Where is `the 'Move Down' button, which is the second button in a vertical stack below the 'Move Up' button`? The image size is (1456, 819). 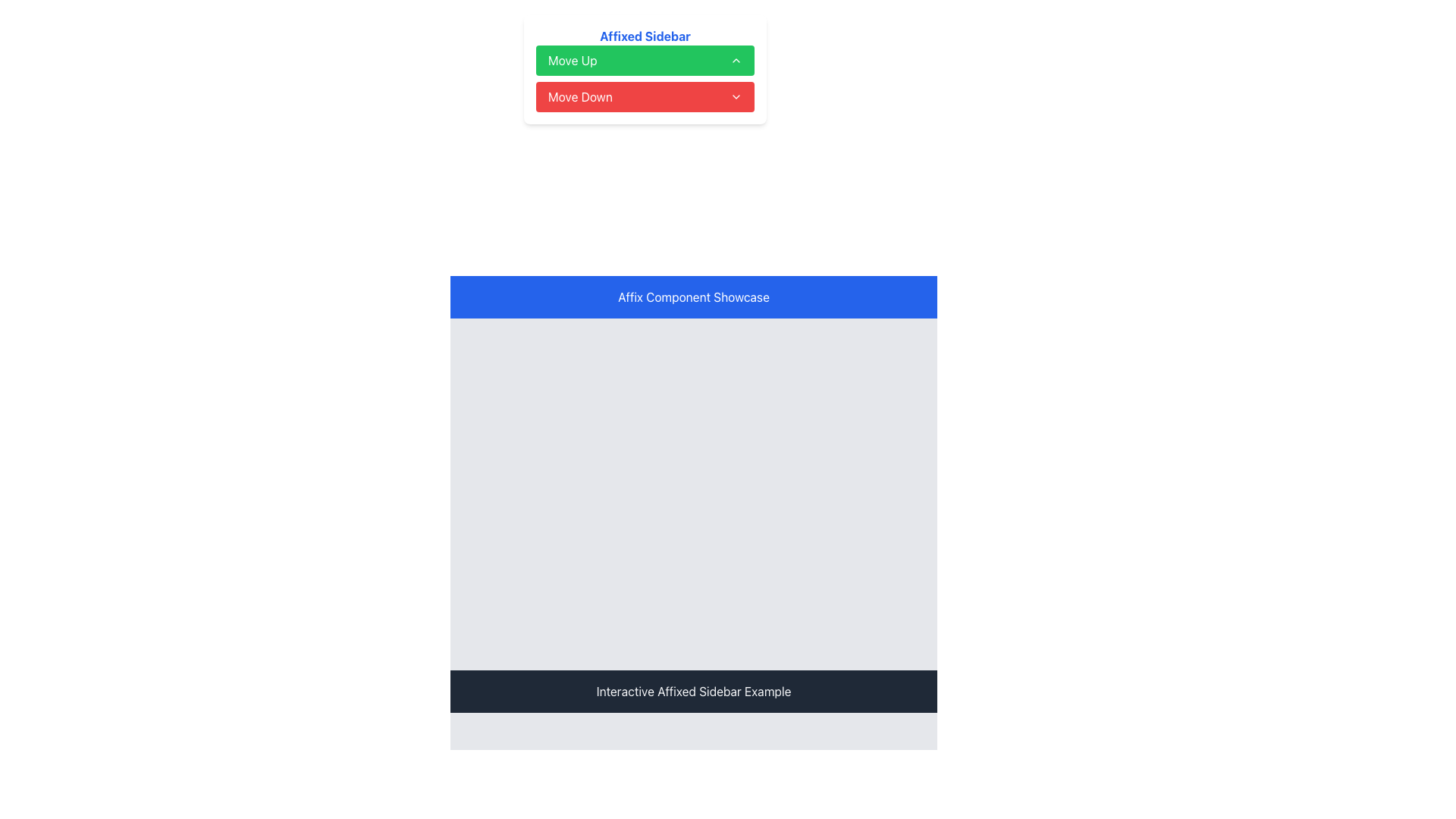 the 'Move Down' button, which is the second button in a vertical stack below the 'Move Up' button is located at coordinates (645, 96).